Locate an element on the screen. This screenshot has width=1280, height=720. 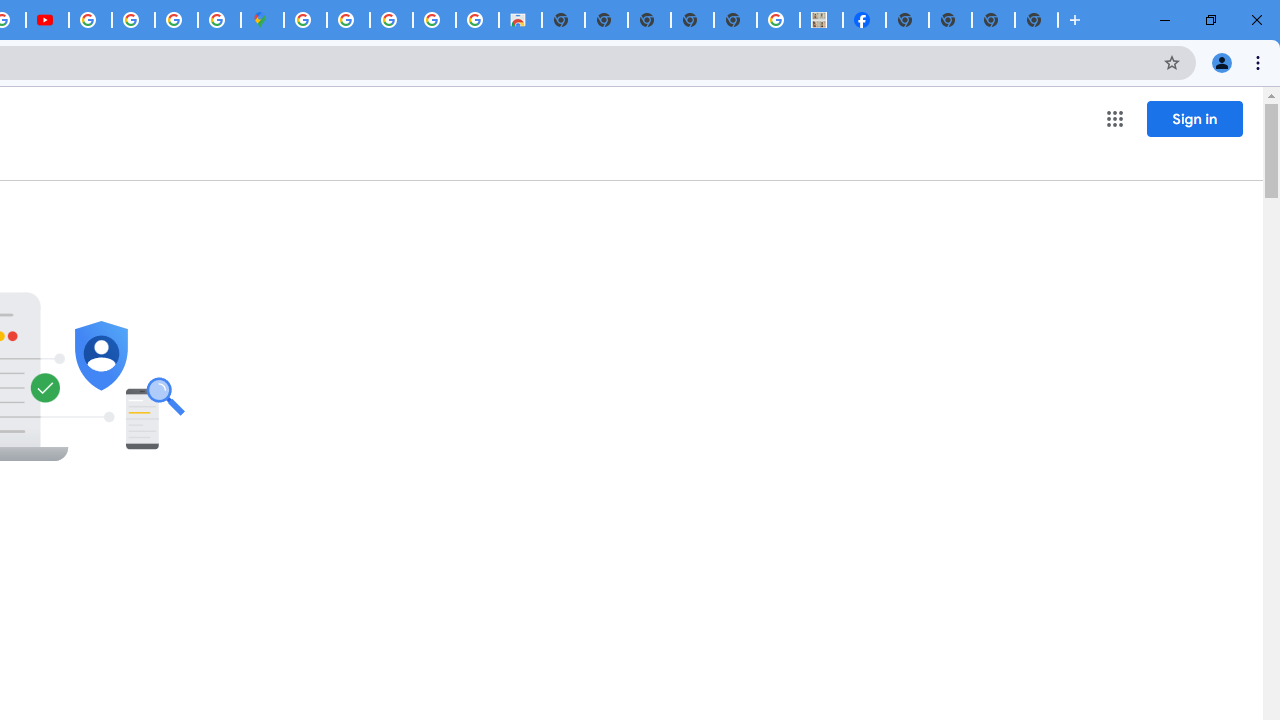
'Google Maps' is located at coordinates (261, 20).